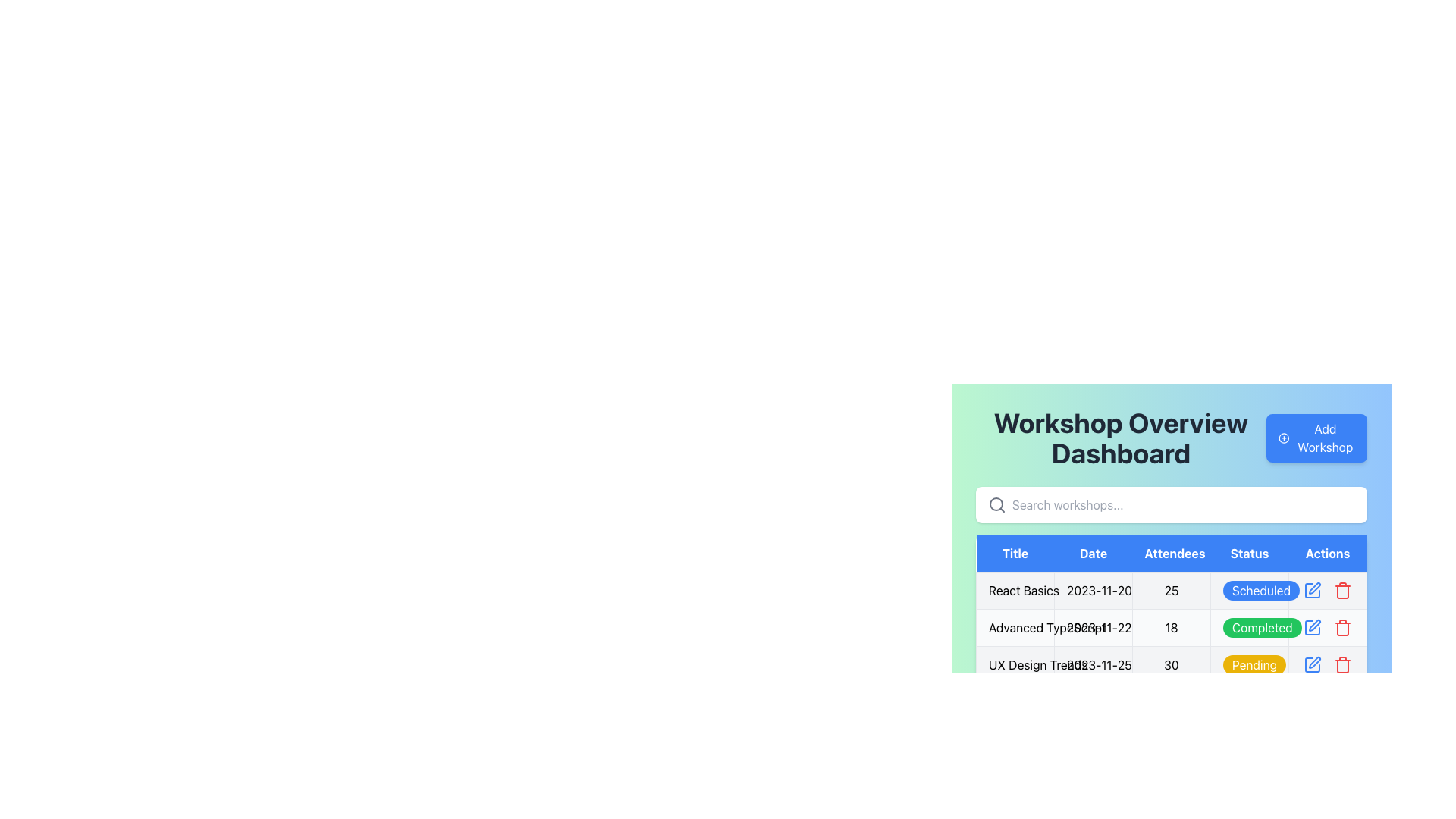  I want to click on the label displaying the date '2023-11-22' in the 'Date' column of the 'Advanced TypeScript' row within the workshop table, so click(1093, 628).